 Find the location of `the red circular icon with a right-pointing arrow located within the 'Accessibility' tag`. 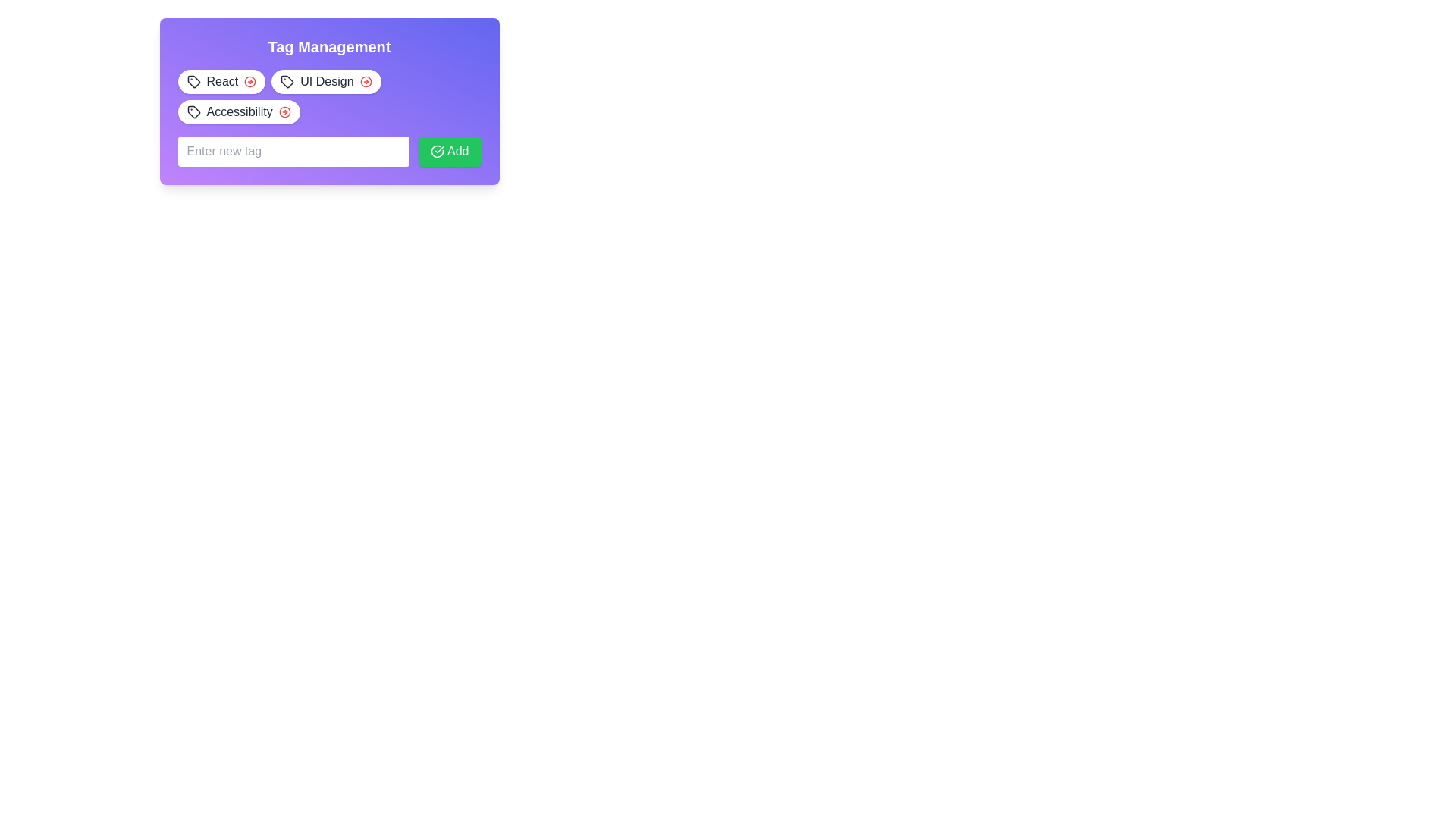

the red circular icon with a right-pointing arrow located within the 'Accessibility' tag is located at coordinates (284, 111).